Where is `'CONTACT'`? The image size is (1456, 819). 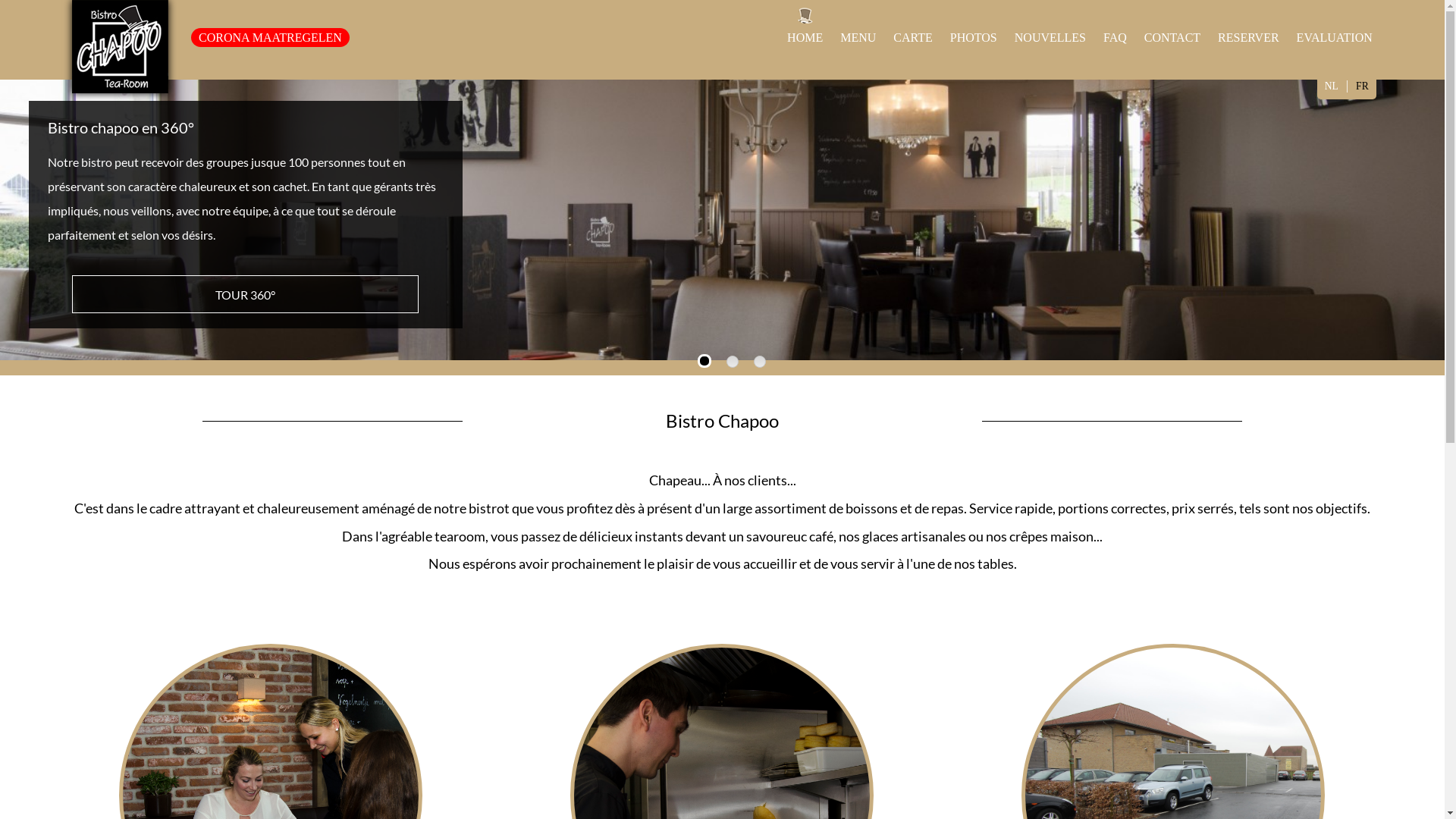 'CONTACT' is located at coordinates (1171, 36).